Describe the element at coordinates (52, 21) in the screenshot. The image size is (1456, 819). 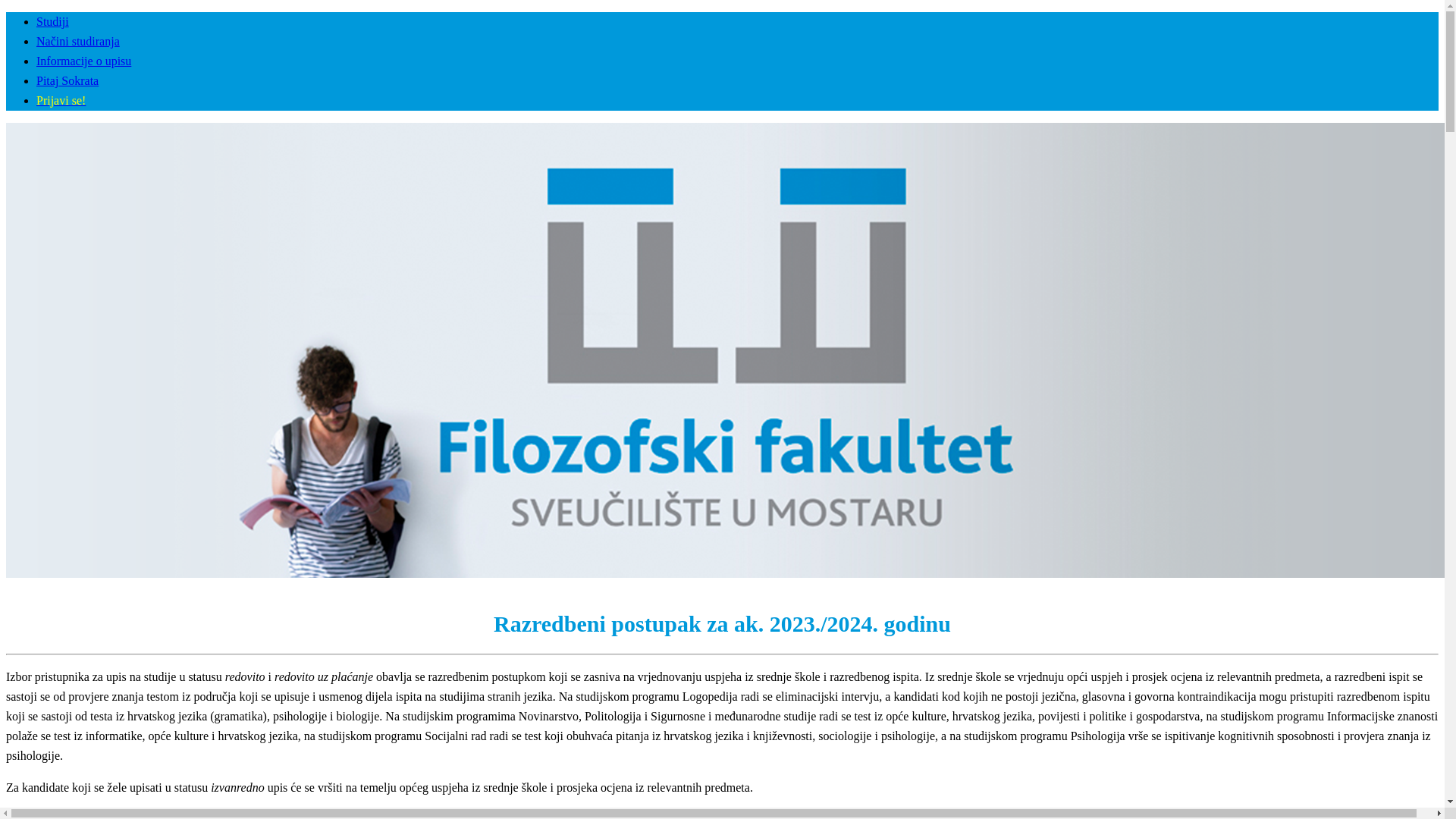
I see `'Studiji'` at that location.